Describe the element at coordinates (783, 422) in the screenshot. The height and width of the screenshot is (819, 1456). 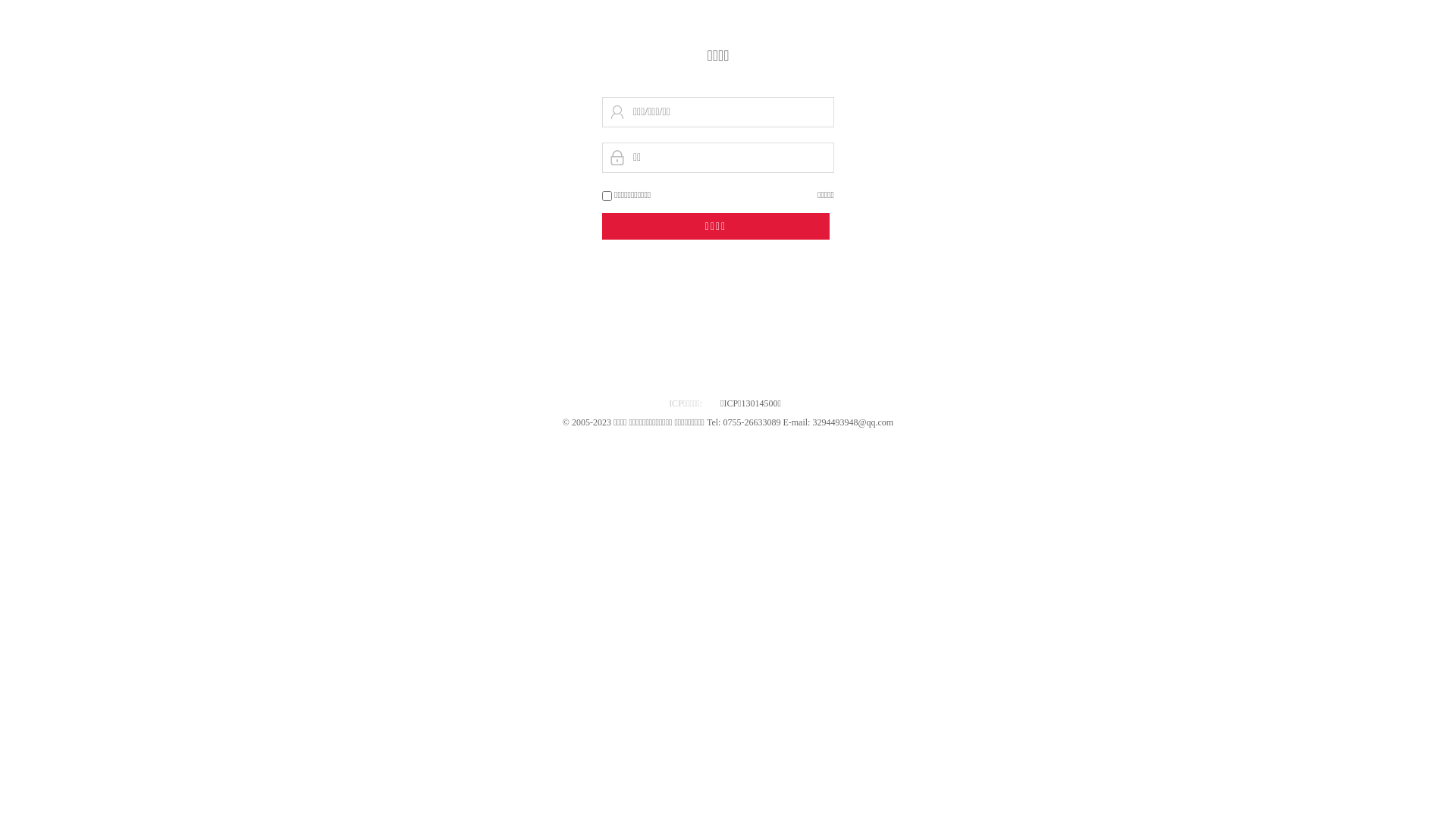
I see `'E-mail: 3294493948@qq.com'` at that location.